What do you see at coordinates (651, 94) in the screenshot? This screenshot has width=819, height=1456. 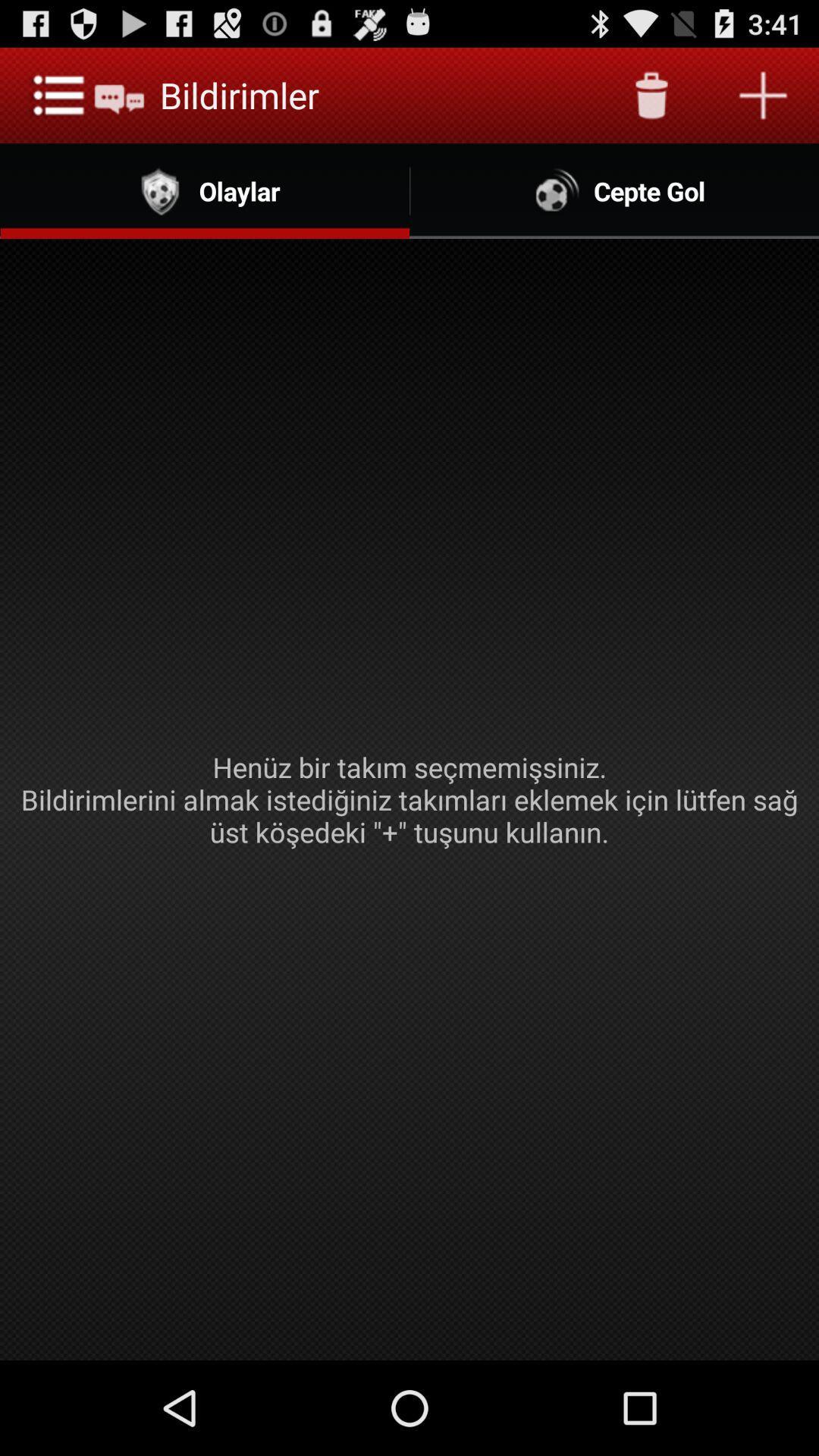 I see `item to the right of bildirimler item` at bounding box center [651, 94].